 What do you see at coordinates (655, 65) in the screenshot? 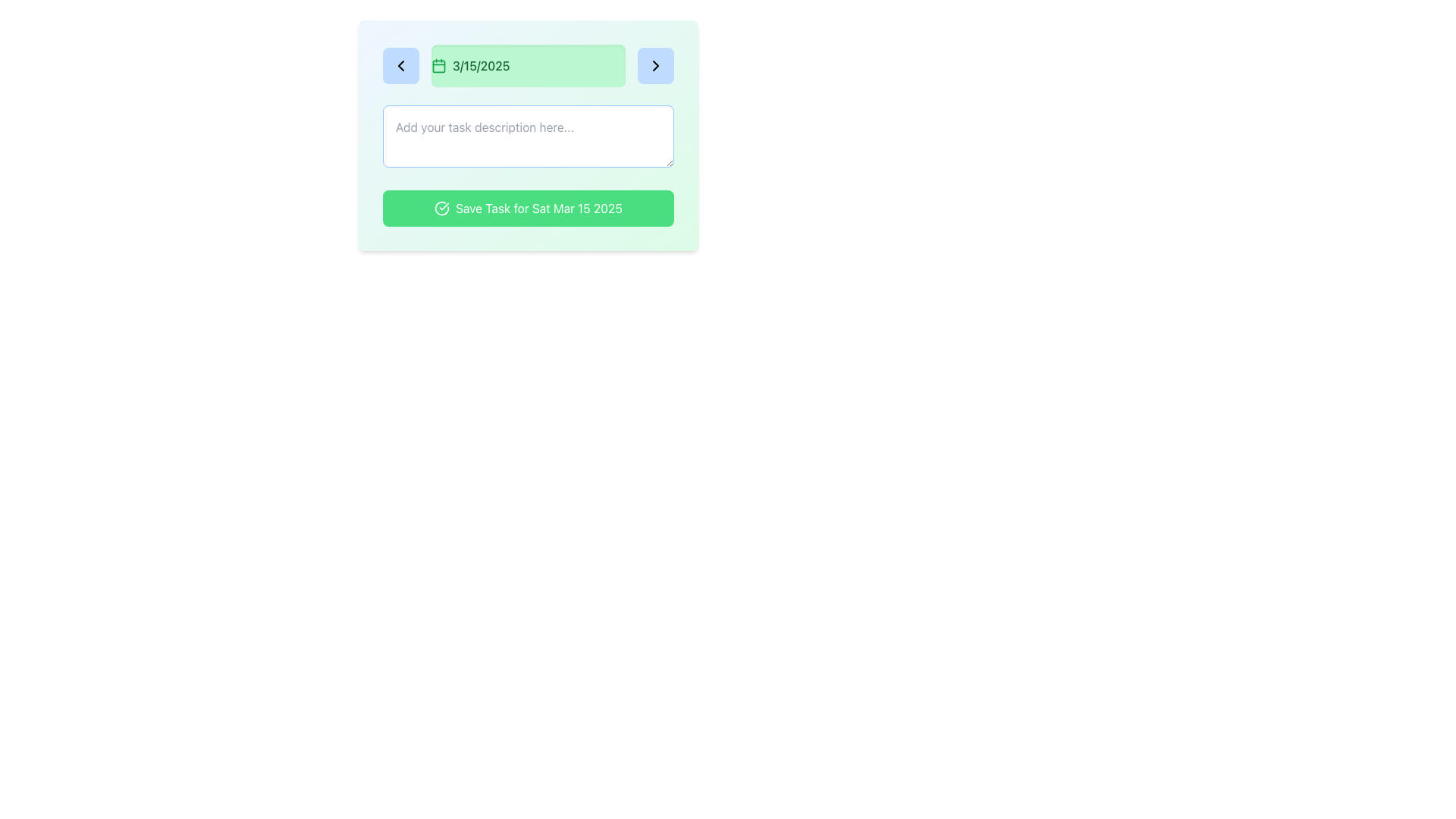
I see `the Arrow Icon located at the top-right corner of the interface, which indicates navigation or progression` at bounding box center [655, 65].